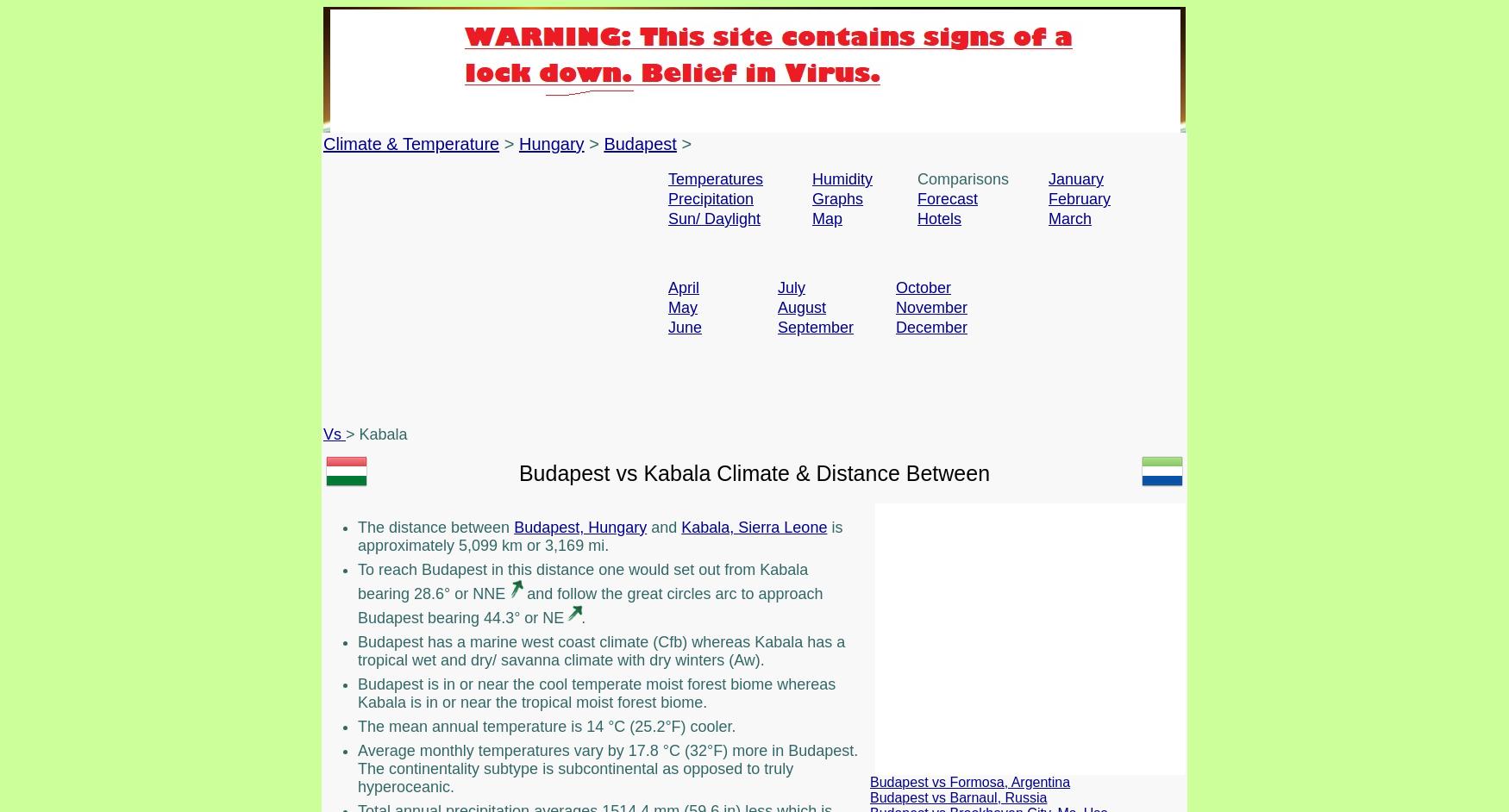  What do you see at coordinates (963, 178) in the screenshot?
I see `'Comparisons'` at bounding box center [963, 178].